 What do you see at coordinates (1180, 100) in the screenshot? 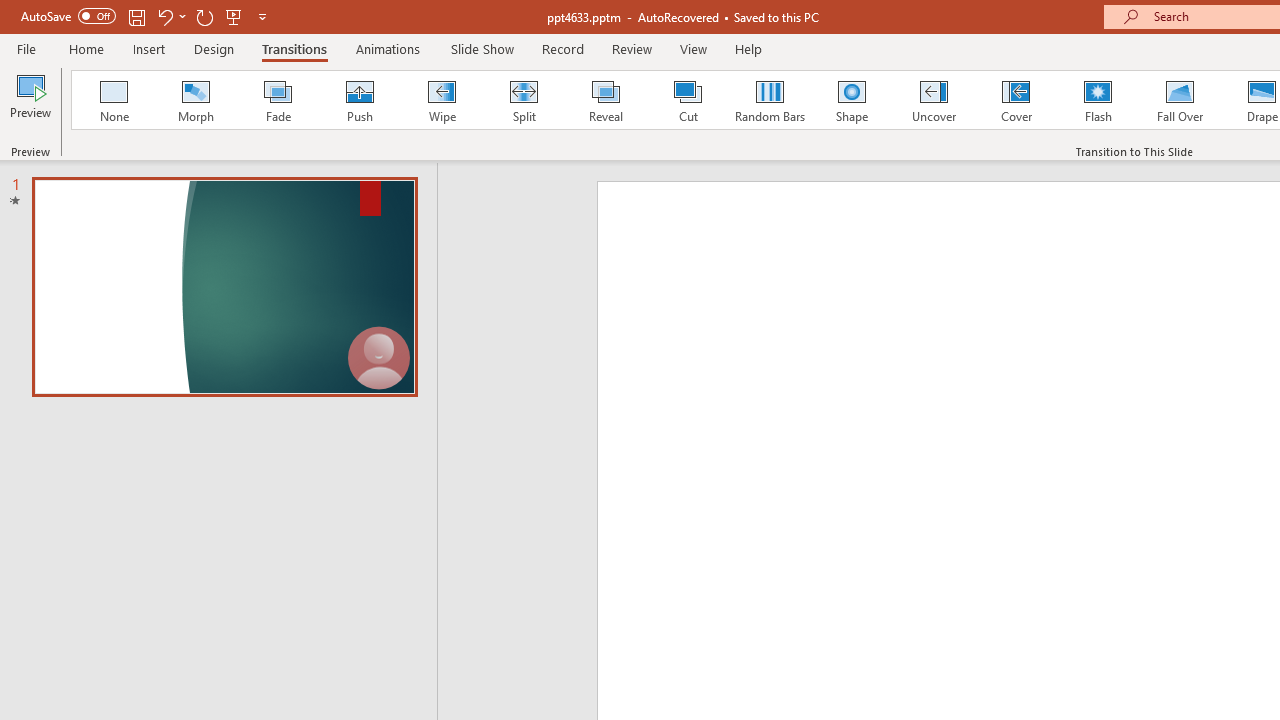
I see `'Fall Over'` at bounding box center [1180, 100].